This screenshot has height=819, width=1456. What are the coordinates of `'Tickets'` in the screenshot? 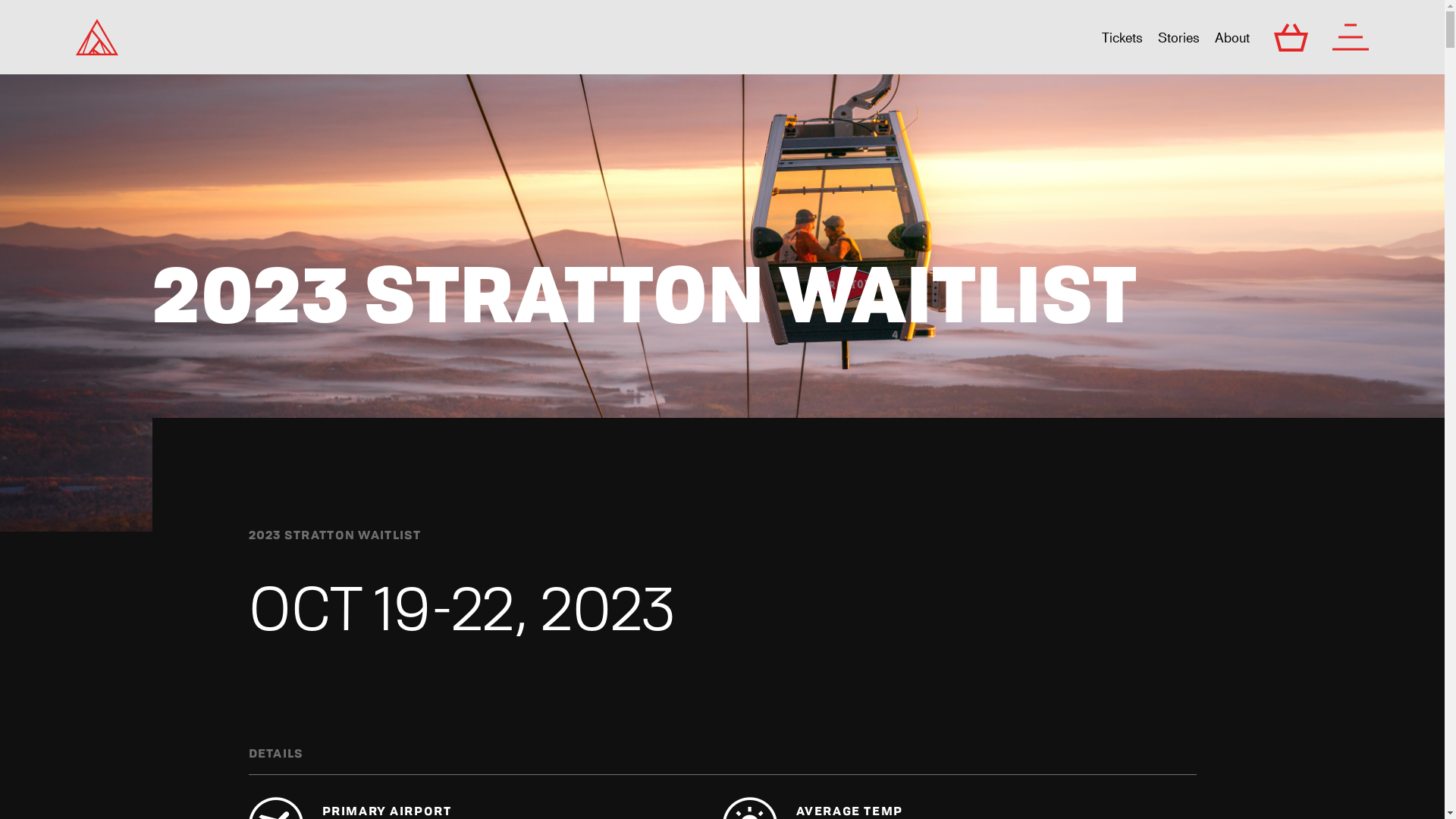 It's located at (1122, 36).